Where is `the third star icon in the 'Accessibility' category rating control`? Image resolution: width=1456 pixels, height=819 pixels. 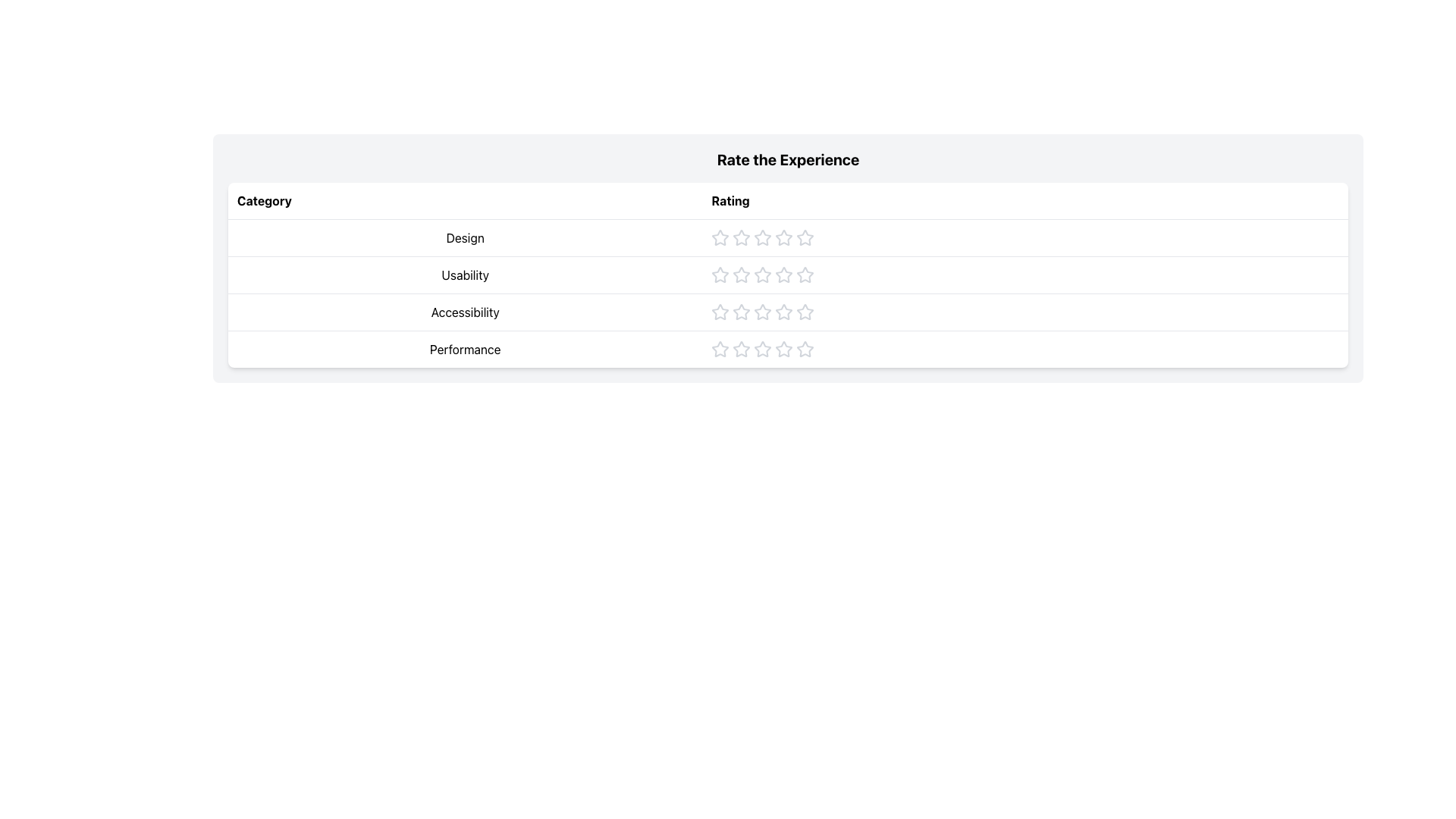 the third star icon in the 'Accessibility' category rating control is located at coordinates (805, 311).